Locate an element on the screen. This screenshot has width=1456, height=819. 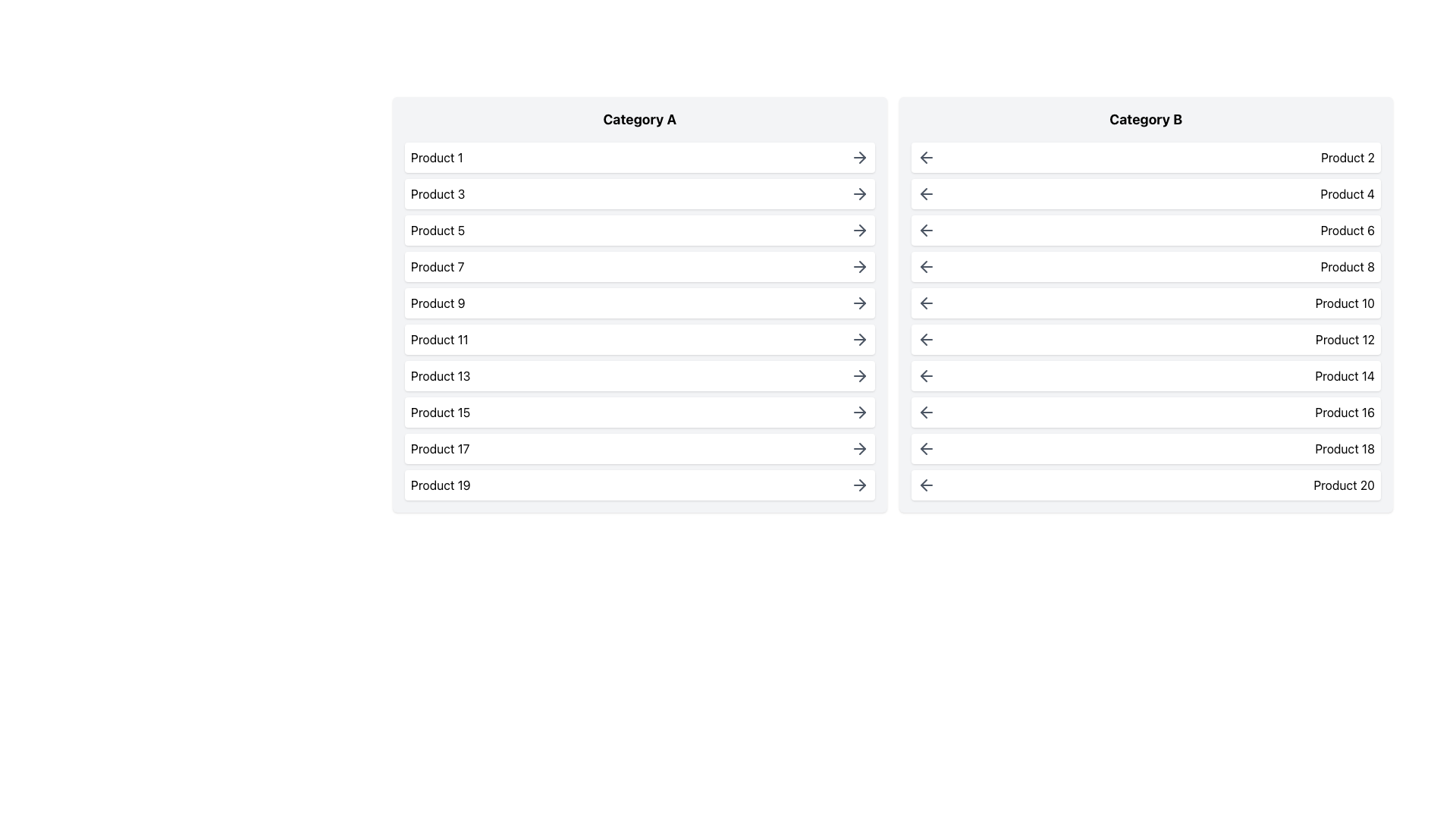
the right-pointing arrow button in the 'Category A' section, located at the end of the row for 'Product 1', to trigger the color change effect is located at coordinates (859, 158).